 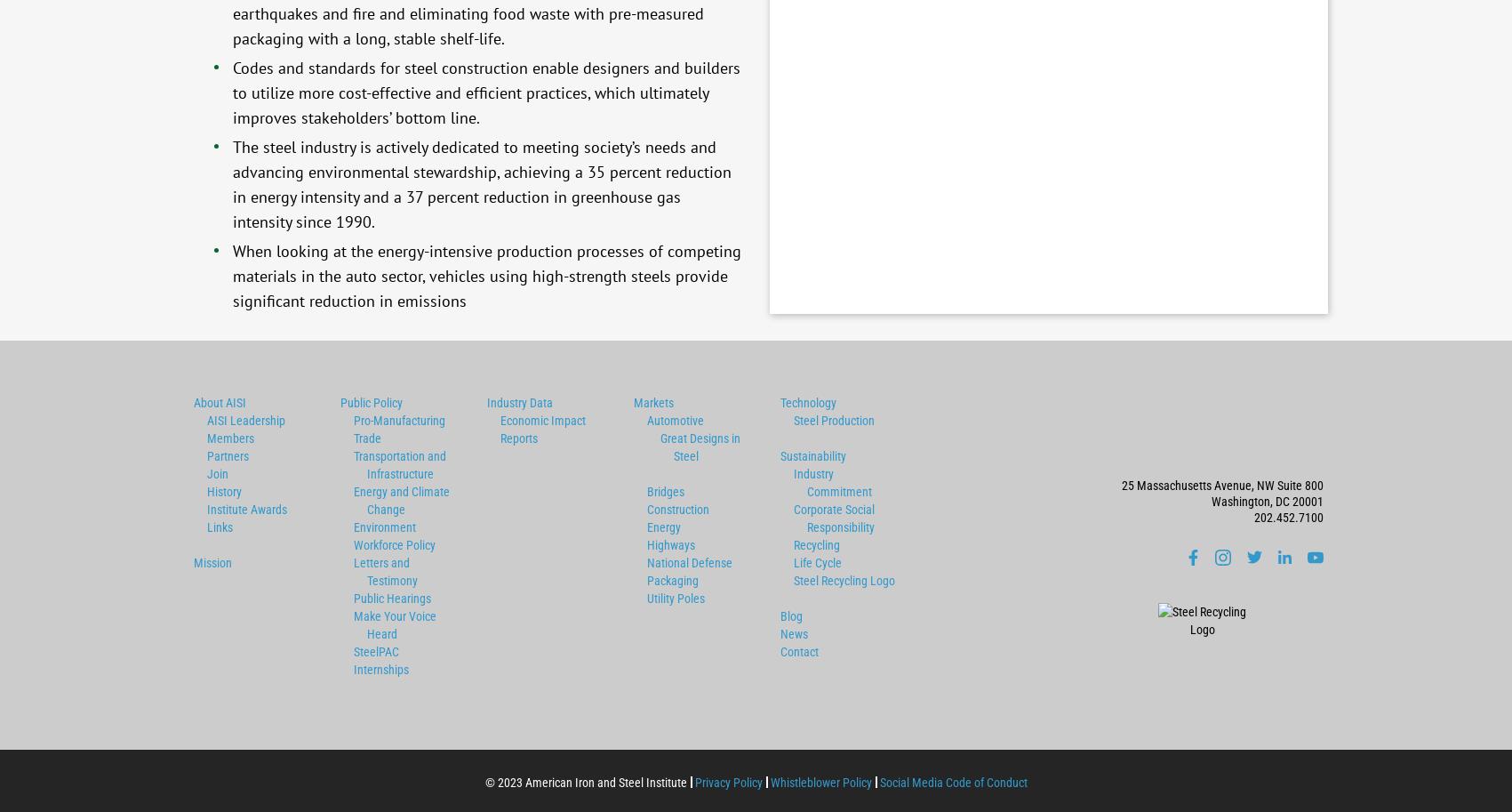 What do you see at coordinates (663, 526) in the screenshot?
I see `'Energy'` at bounding box center [663, 526].